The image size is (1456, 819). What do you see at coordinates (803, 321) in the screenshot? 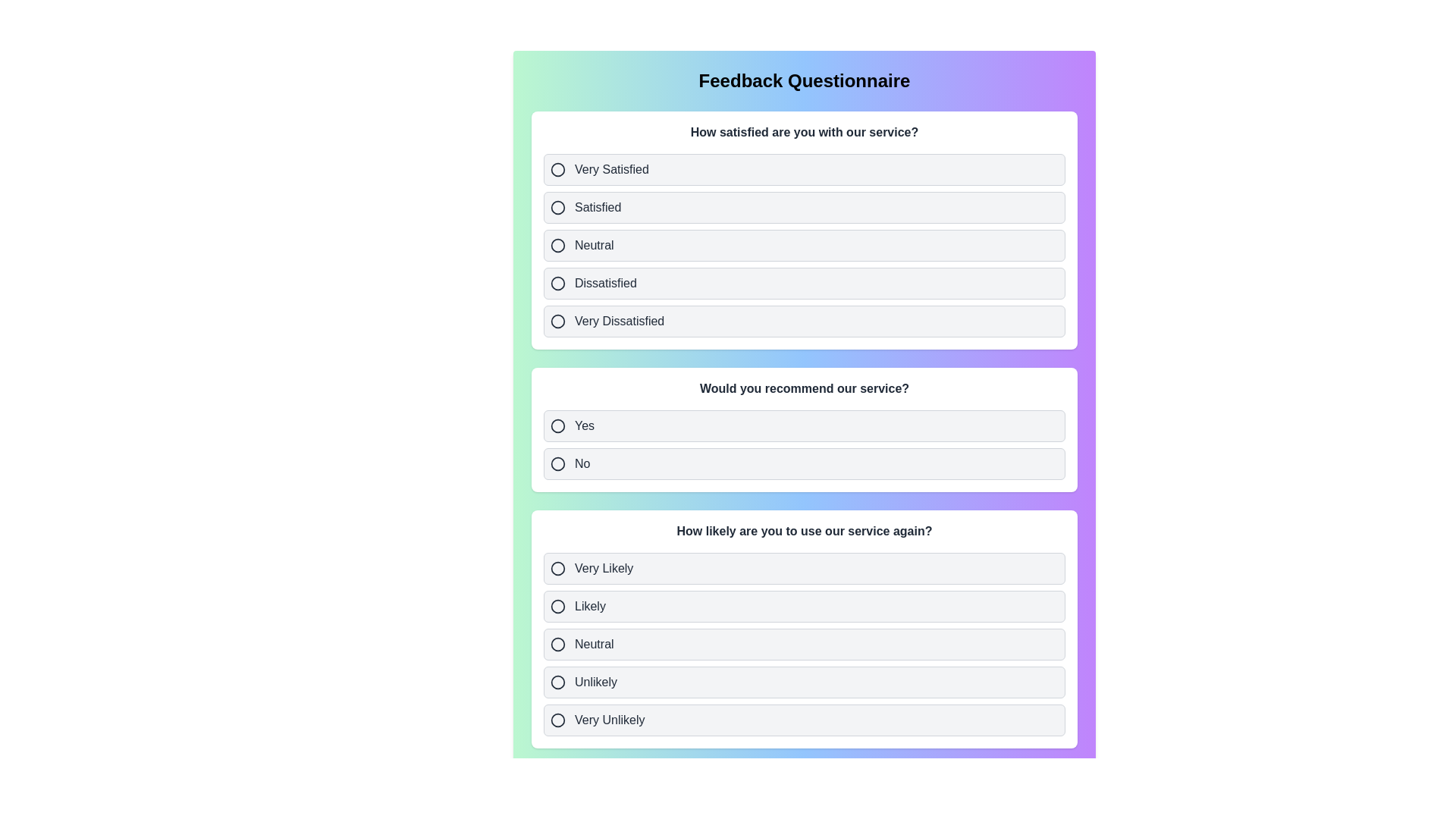
I see `the option Very Dissatisfied for the first question` at bounding box center [803, 321].